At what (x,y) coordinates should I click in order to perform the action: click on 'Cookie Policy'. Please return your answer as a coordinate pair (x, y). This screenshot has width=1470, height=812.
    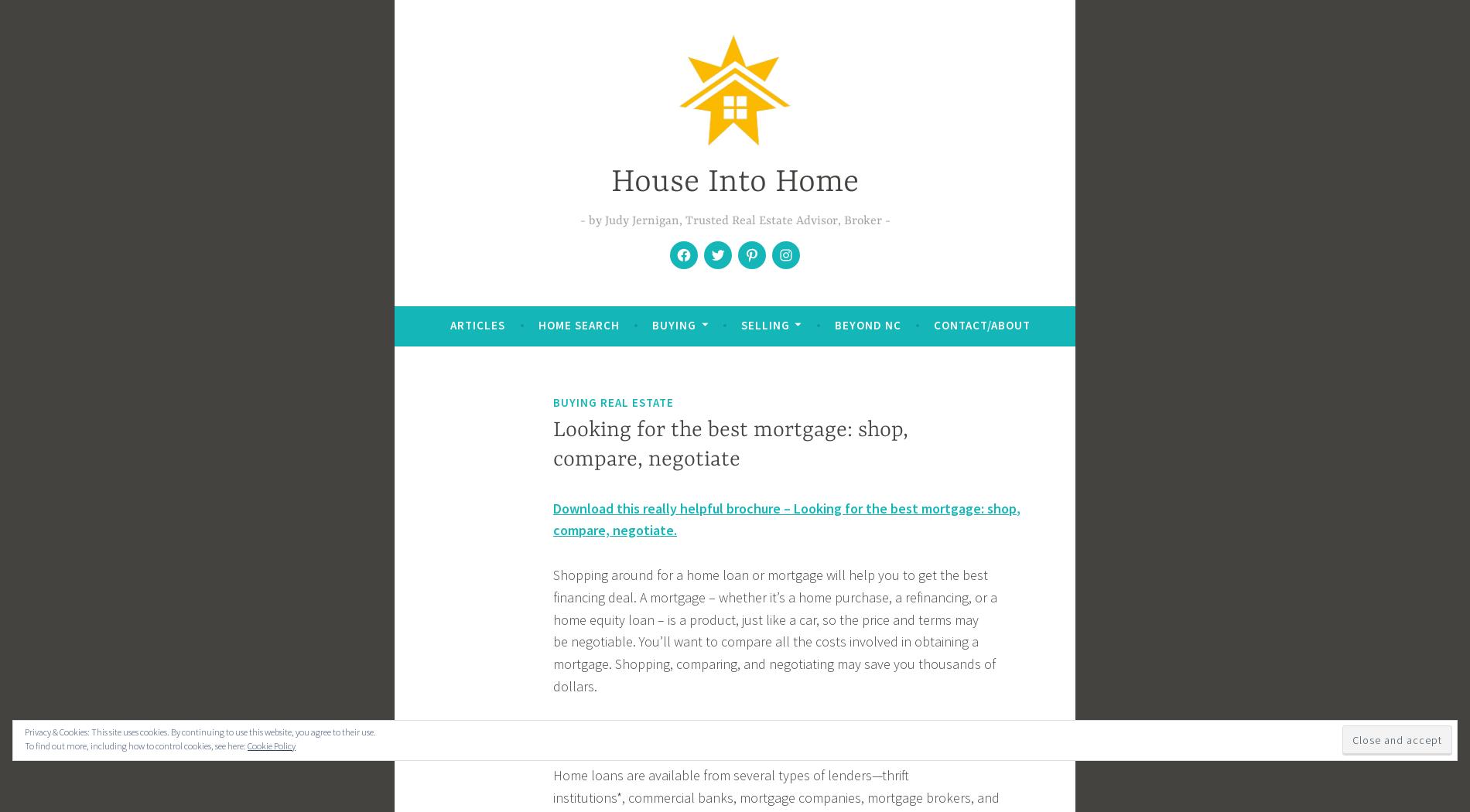
    Looking at the image, I should click on (246, 745).